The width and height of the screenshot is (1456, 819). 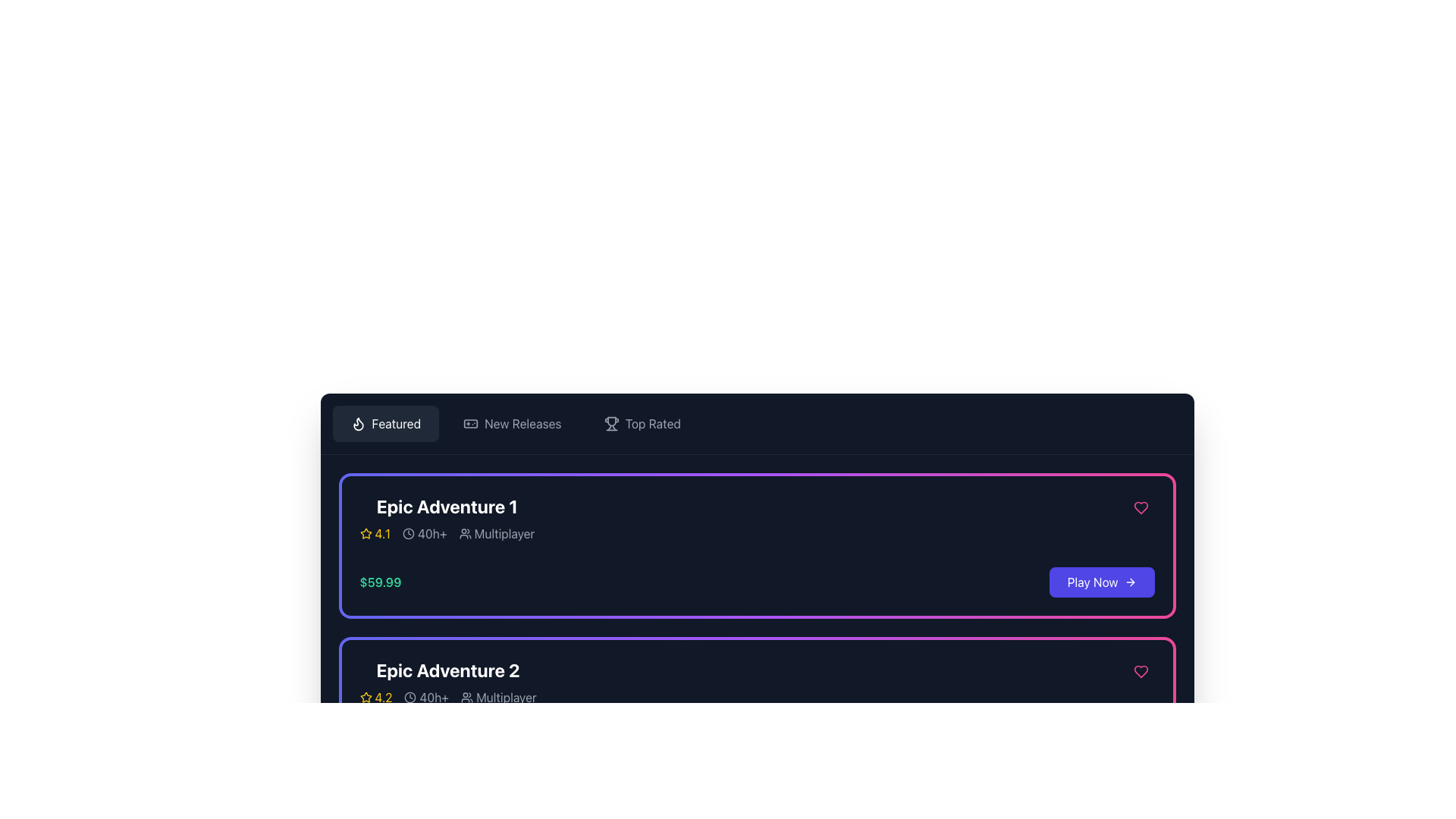 What do you see at coordinates (1141, 508) in the screenshot?
I see `the favorite button located in the top-right corner of the card for 'Epic Adventure 1'` at bounding box center [1141, 508].